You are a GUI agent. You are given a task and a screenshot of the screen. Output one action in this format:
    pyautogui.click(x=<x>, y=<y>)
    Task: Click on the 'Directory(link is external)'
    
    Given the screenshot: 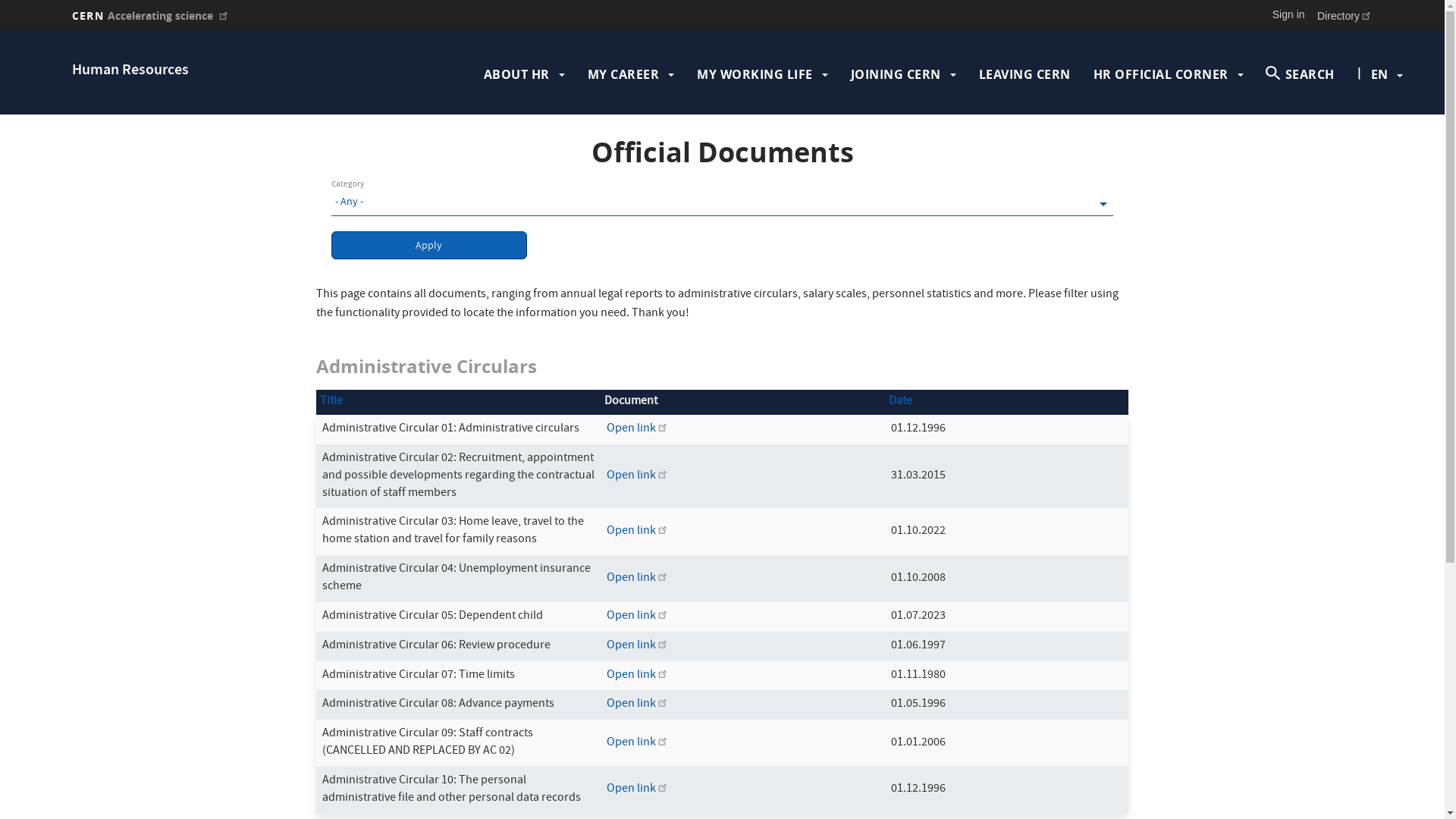 What is the action you would take?
    pyautogui.click(x=1345, y=14)
    